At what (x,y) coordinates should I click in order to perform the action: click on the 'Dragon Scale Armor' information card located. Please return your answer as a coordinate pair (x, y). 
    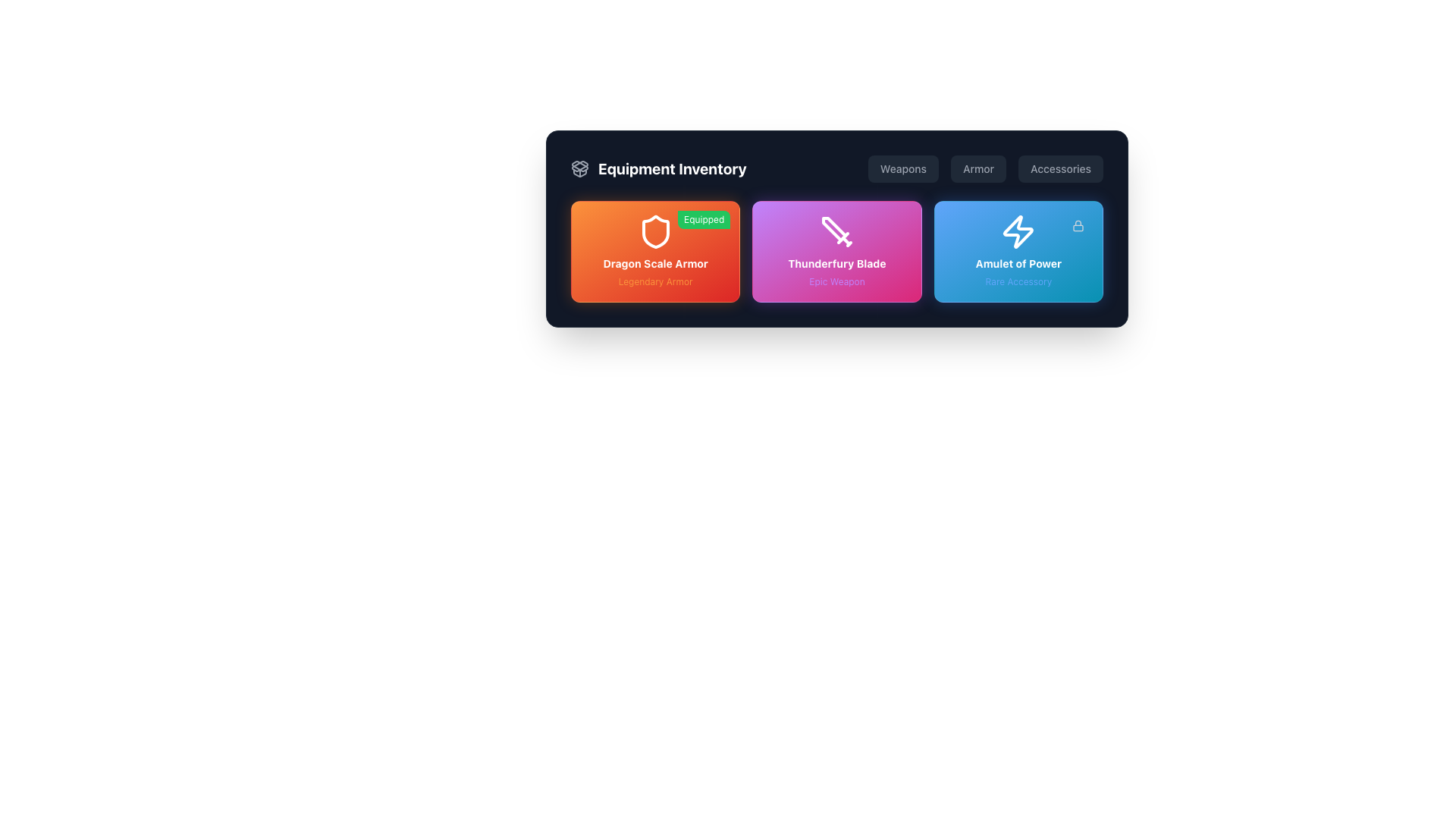
    Looking at the image, I should click on (655, 250).